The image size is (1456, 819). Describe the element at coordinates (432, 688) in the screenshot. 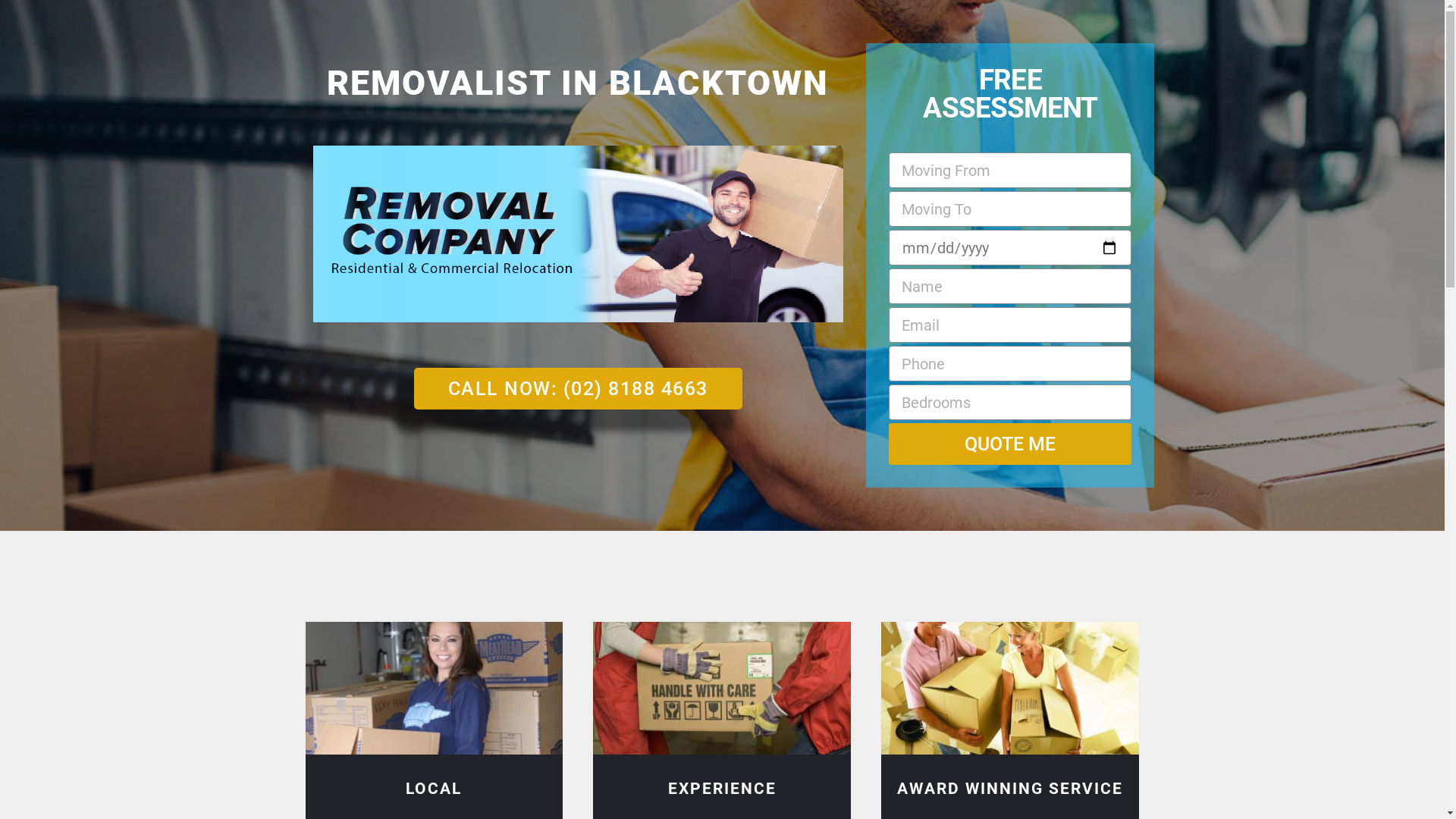

I see `'Local Blacktown Removalists'` at that location.